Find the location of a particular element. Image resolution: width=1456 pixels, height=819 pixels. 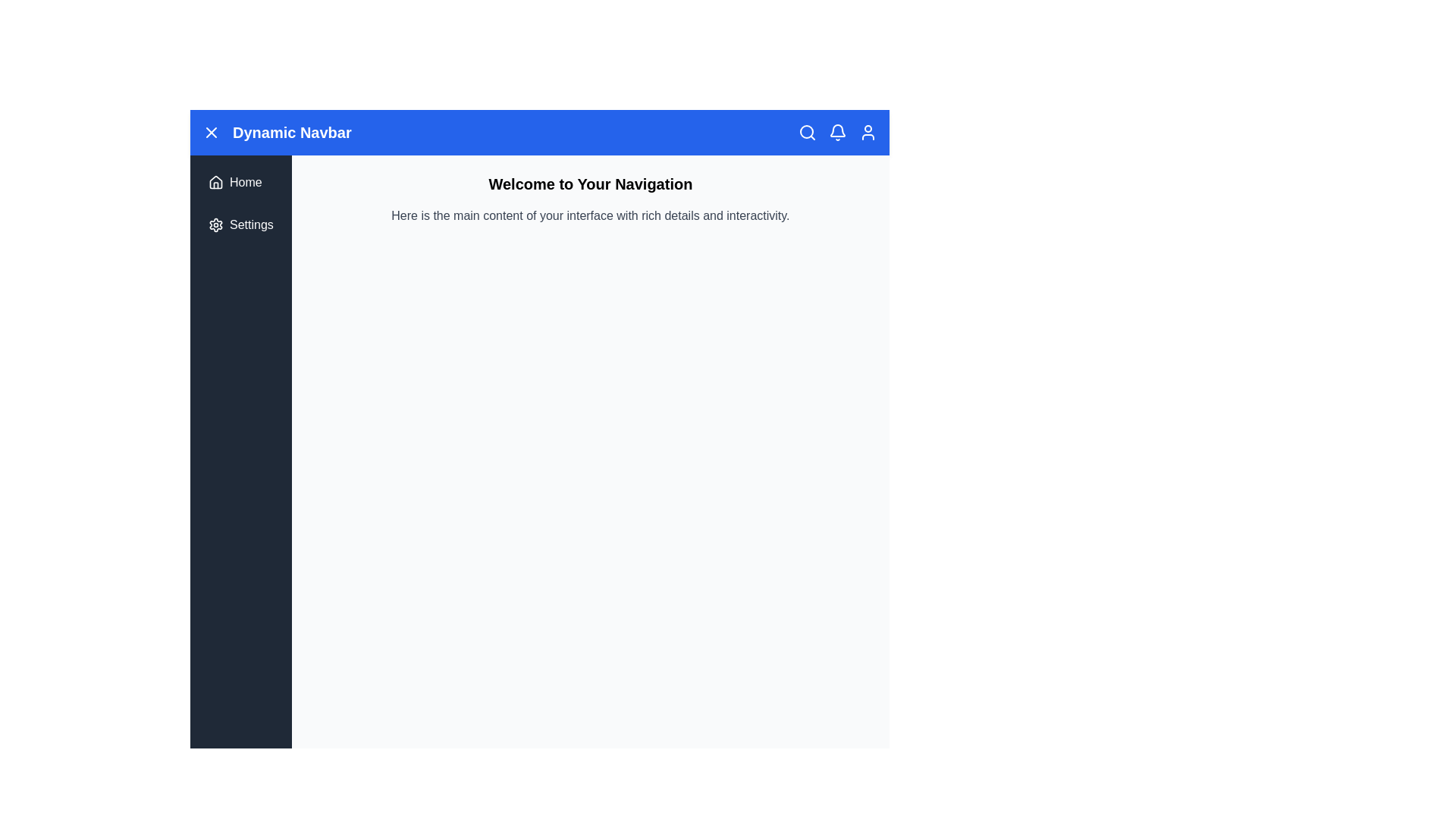

the search icon resembling a magnifying glass, which is outlined in white on a blue background, to interact with its hover effect is located at coordinates (807, 131).